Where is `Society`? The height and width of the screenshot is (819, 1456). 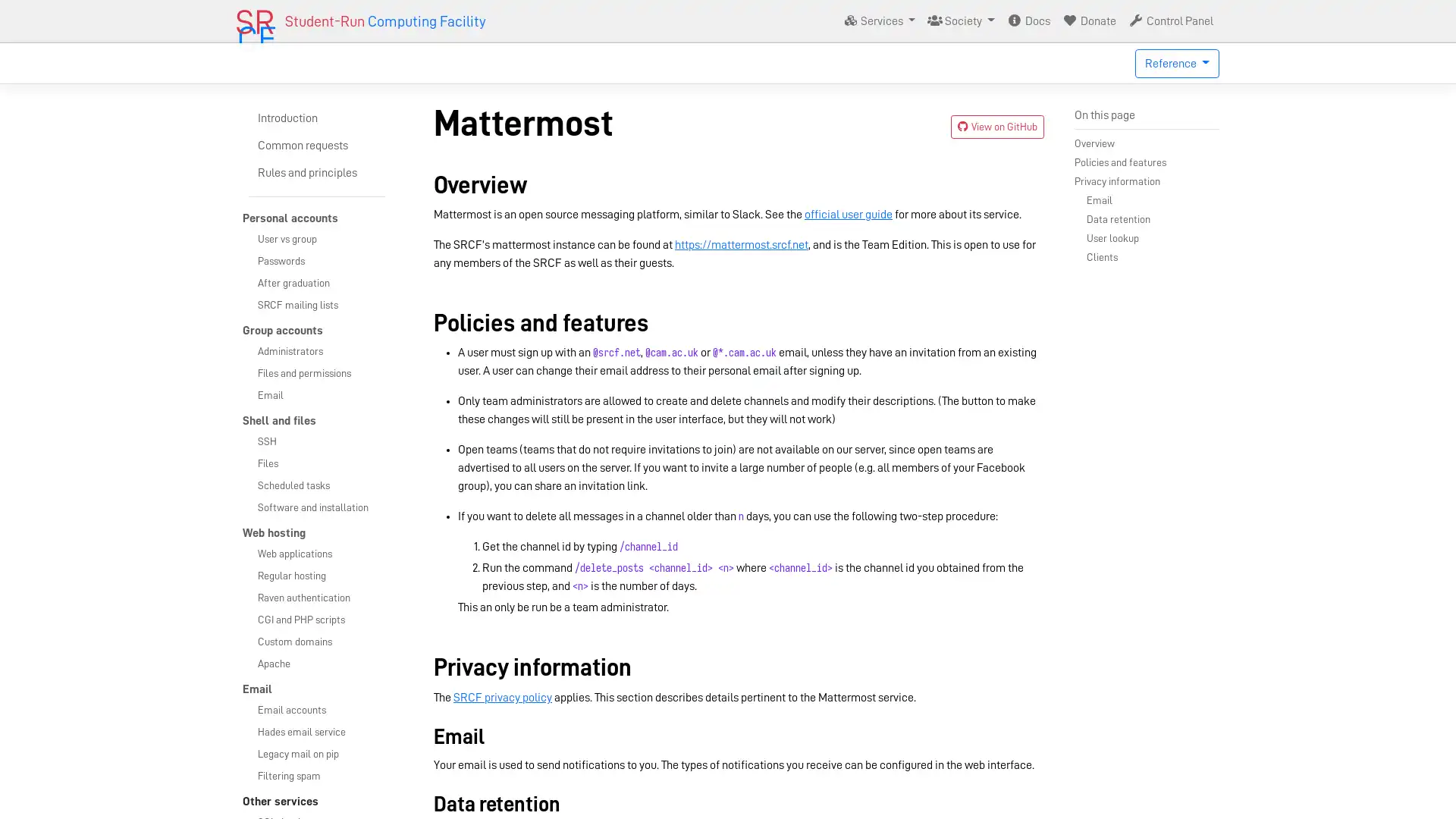 Society is located at coordinates (960, 20).